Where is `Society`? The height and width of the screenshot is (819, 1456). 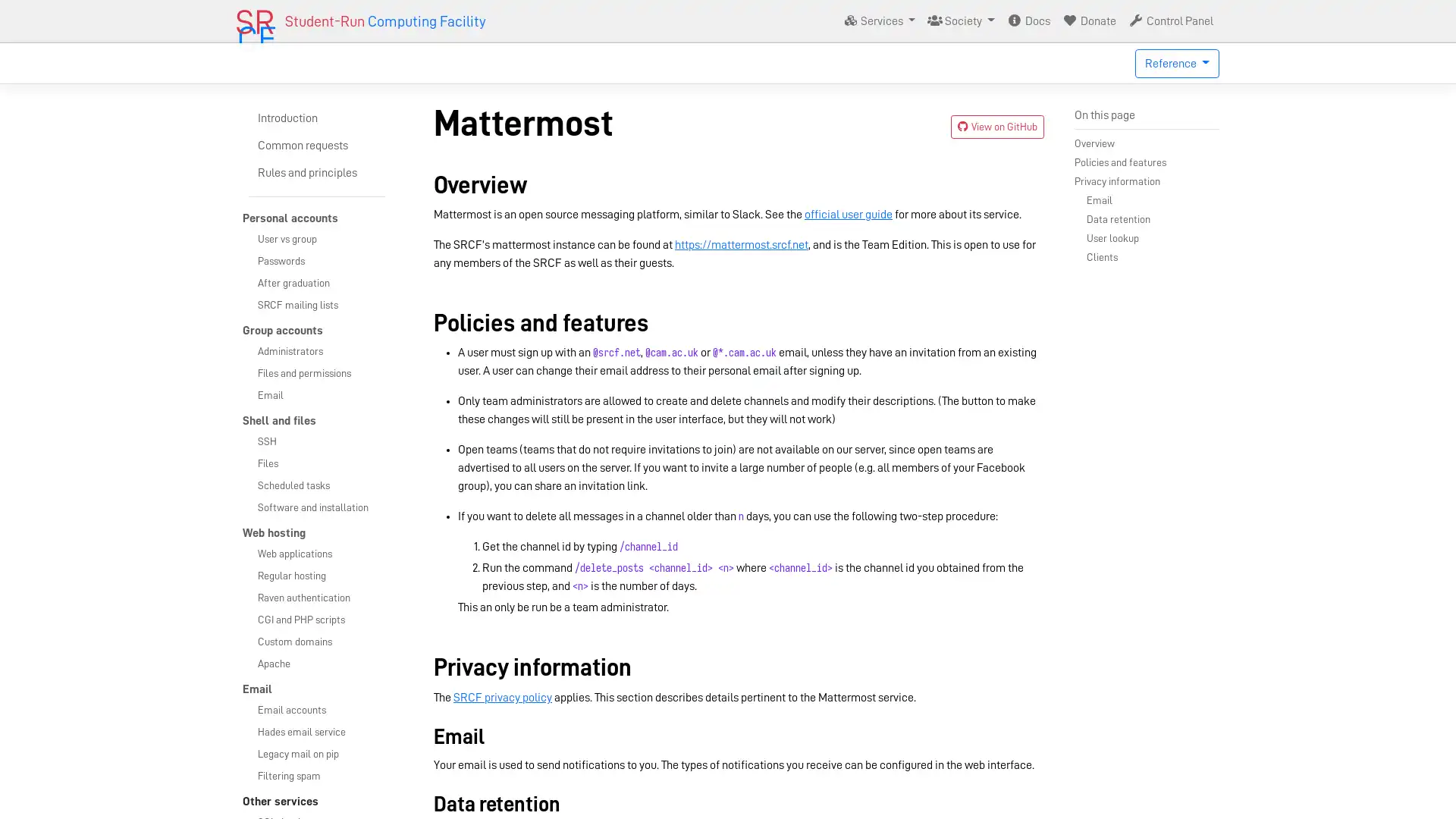 Society is located at coordinates (960, 20).